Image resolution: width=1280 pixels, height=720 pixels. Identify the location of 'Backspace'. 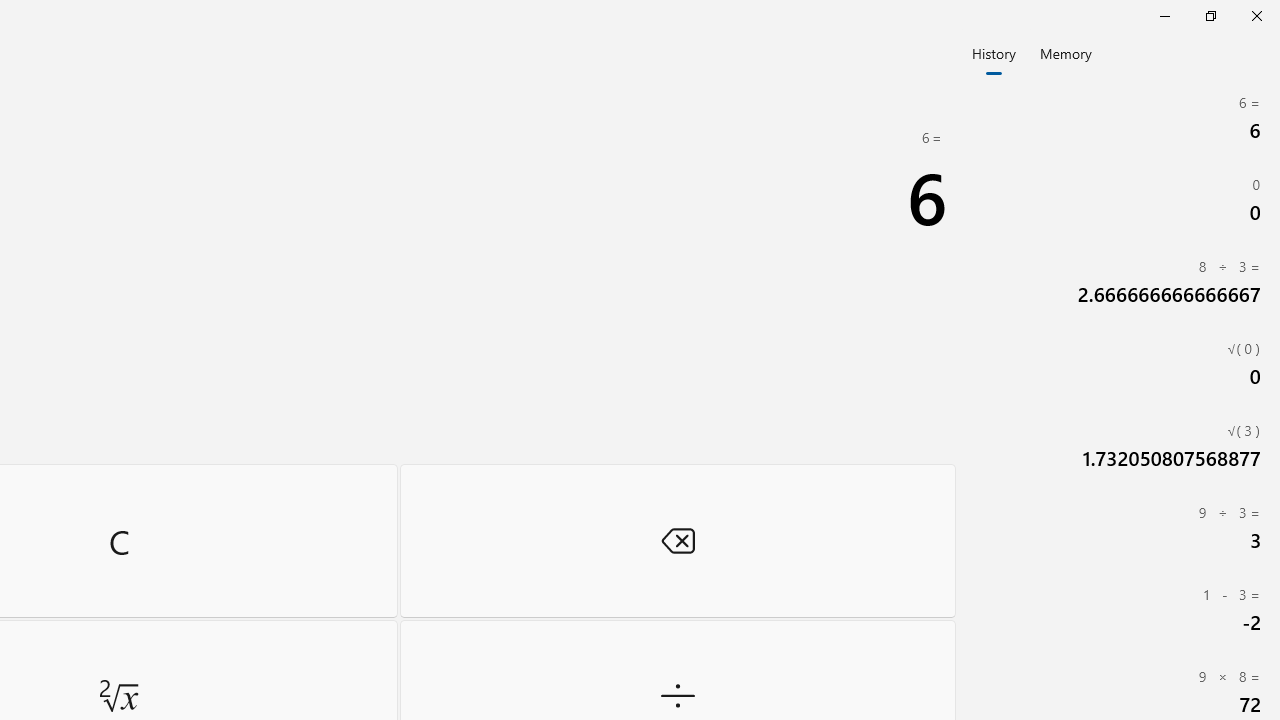
(677, 540).